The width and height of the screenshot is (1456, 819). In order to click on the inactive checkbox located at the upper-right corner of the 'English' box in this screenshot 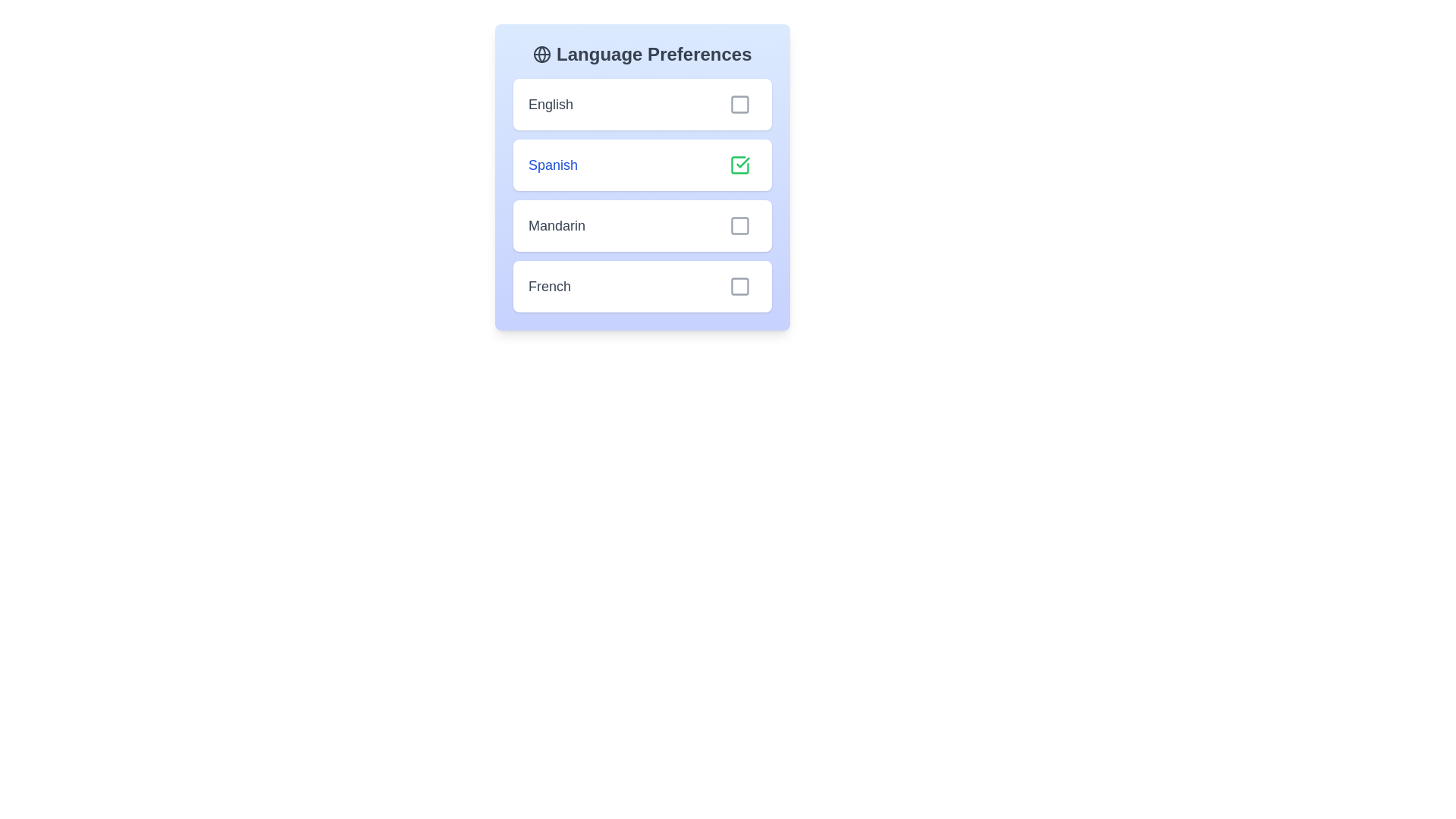, I will do `click(739, 104)`.